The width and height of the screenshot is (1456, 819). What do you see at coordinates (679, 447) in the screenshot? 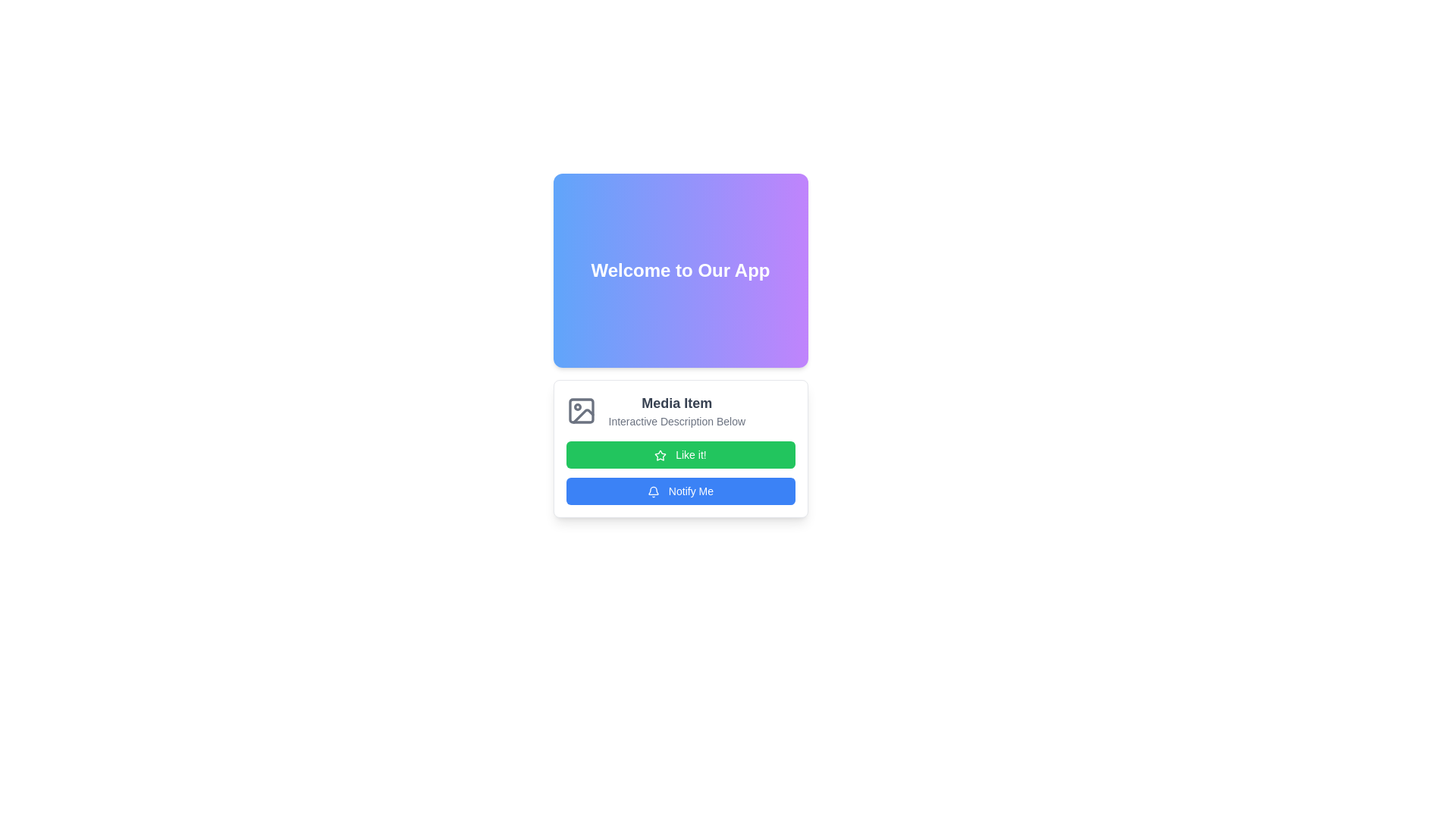
I see `the rectangular green button labeled 'Like it!' with a star icon` at bounding box center [679, 447].